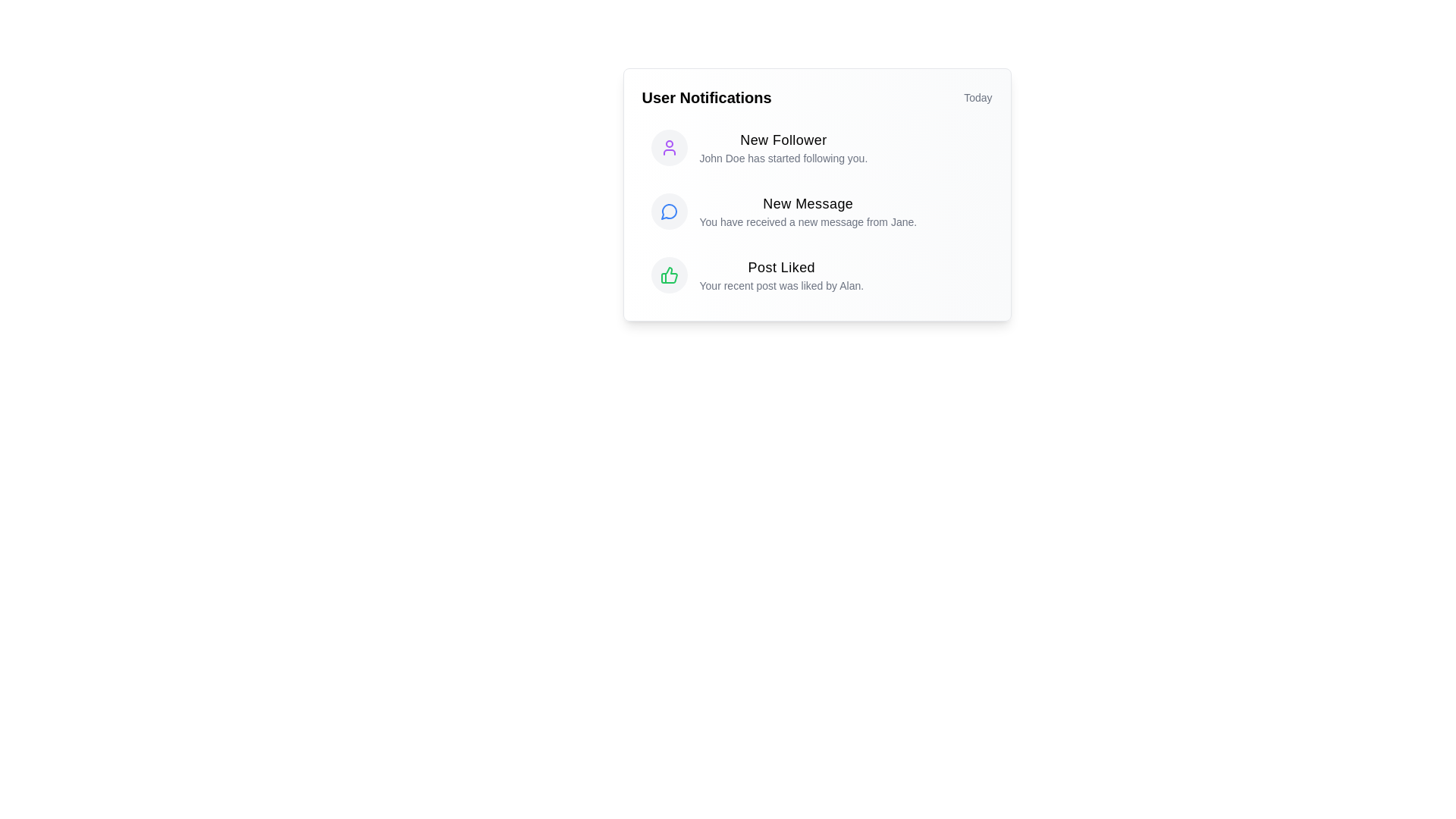  Describe the element at coordinates (807, 211) in the screenshot. I see `message details from the text-based notification block labeled 'New Message' which displays 'You have received a new message from Jane.'` at that location.